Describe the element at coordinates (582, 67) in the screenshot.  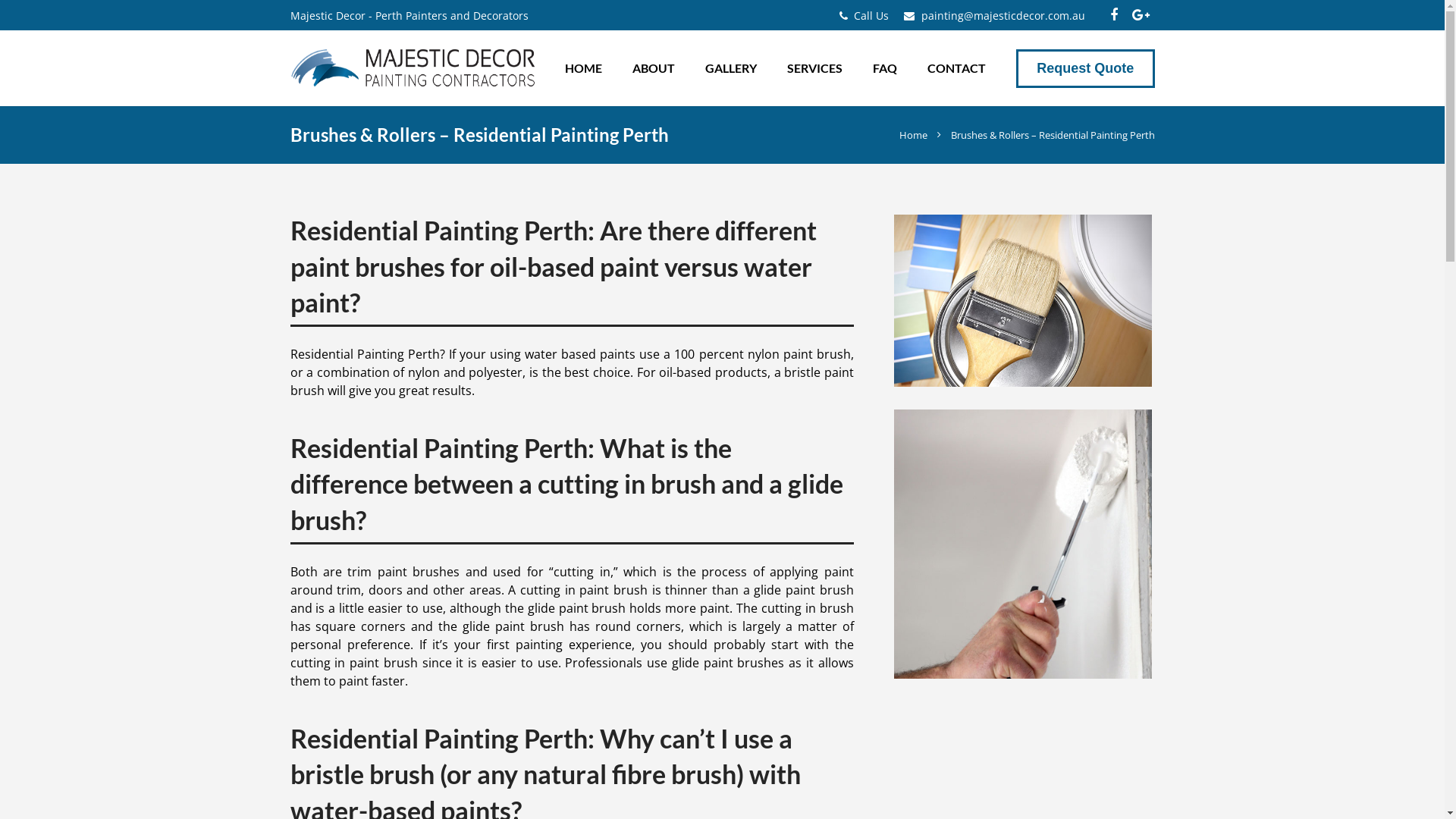
I see `'HOME'` at that location.